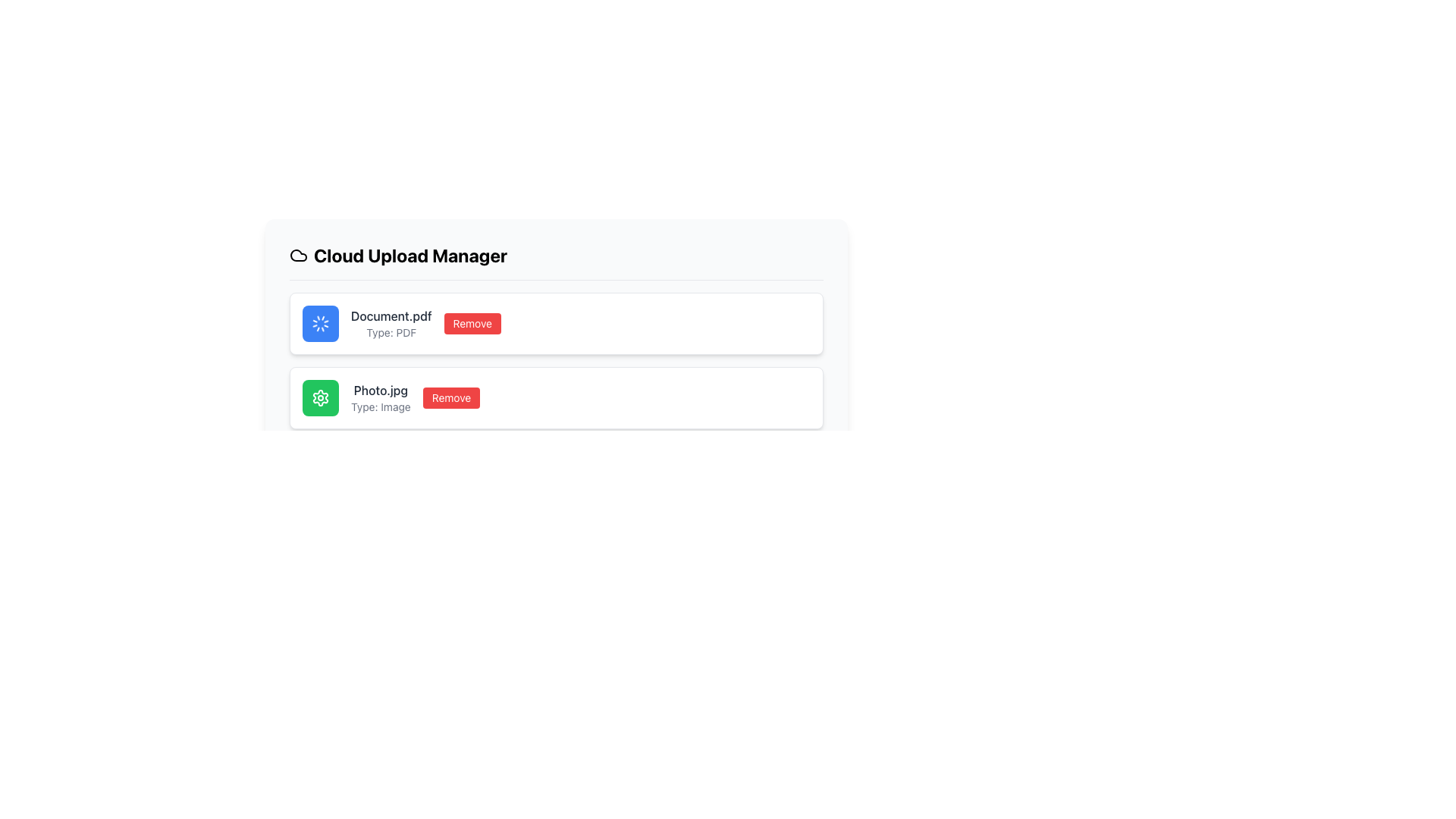  I want to click on the circular, spinning loader icon located within the blue square button above the 'Document.pdf' label, so click(319, 323).